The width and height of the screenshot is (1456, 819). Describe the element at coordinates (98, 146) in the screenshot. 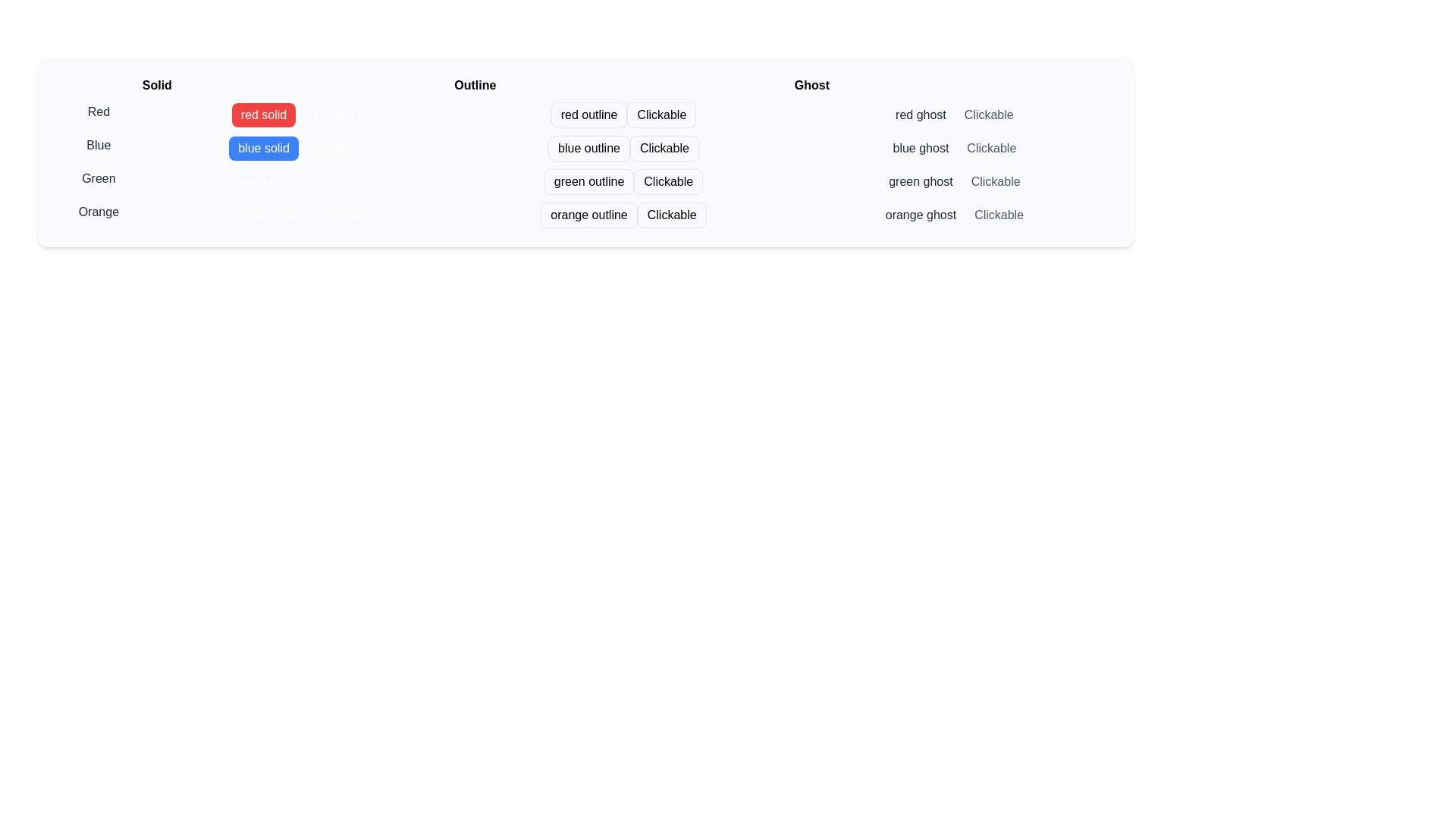

I see `the Text label that serves as a header for items related to the color 'Blue', positioned below the 'Red' entry and above the 'Green' entry in the left column of the interface` at that location.